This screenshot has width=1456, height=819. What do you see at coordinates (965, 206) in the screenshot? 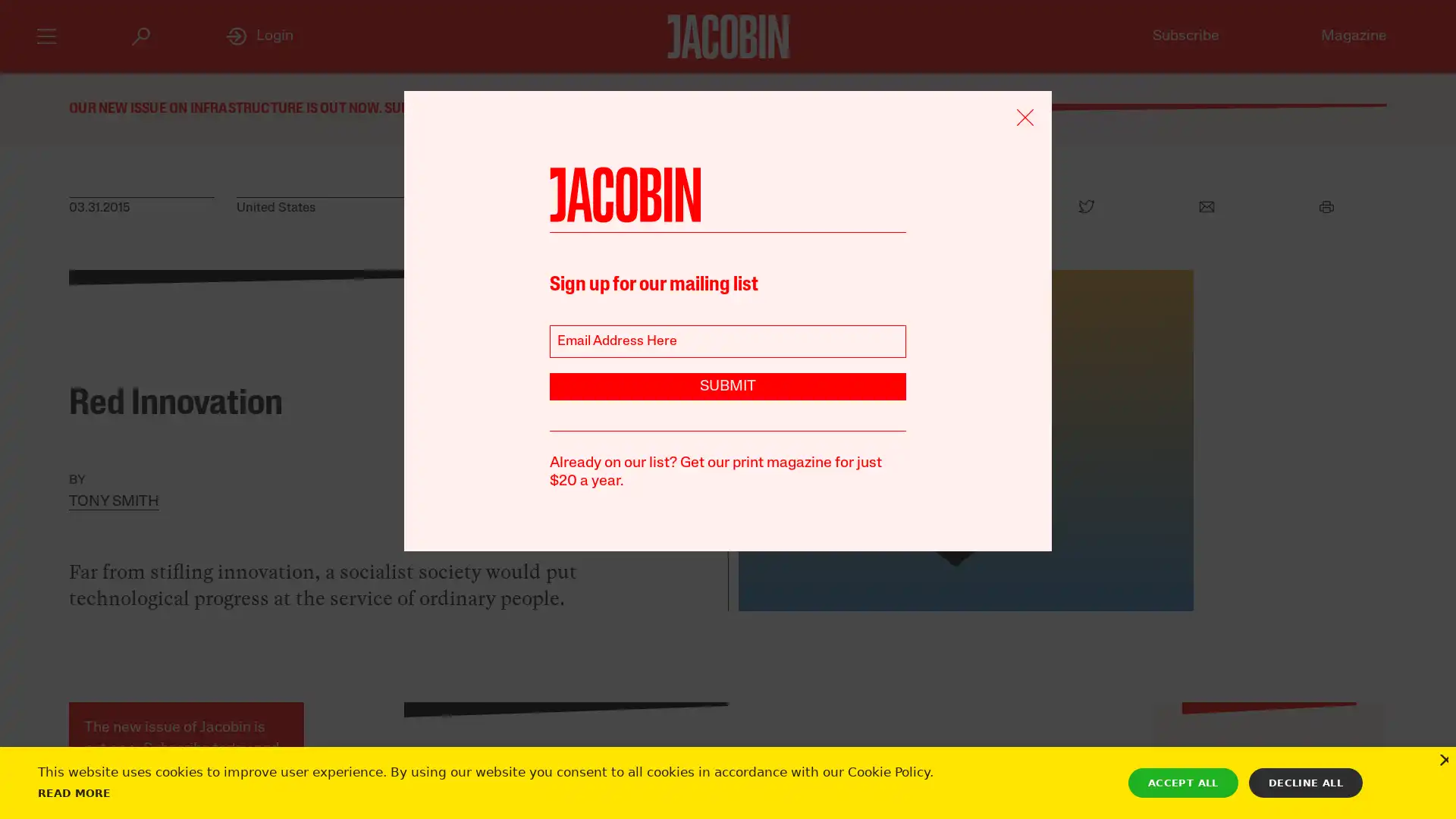
I see `Facebook Icon` at bounding box center [965, 206].